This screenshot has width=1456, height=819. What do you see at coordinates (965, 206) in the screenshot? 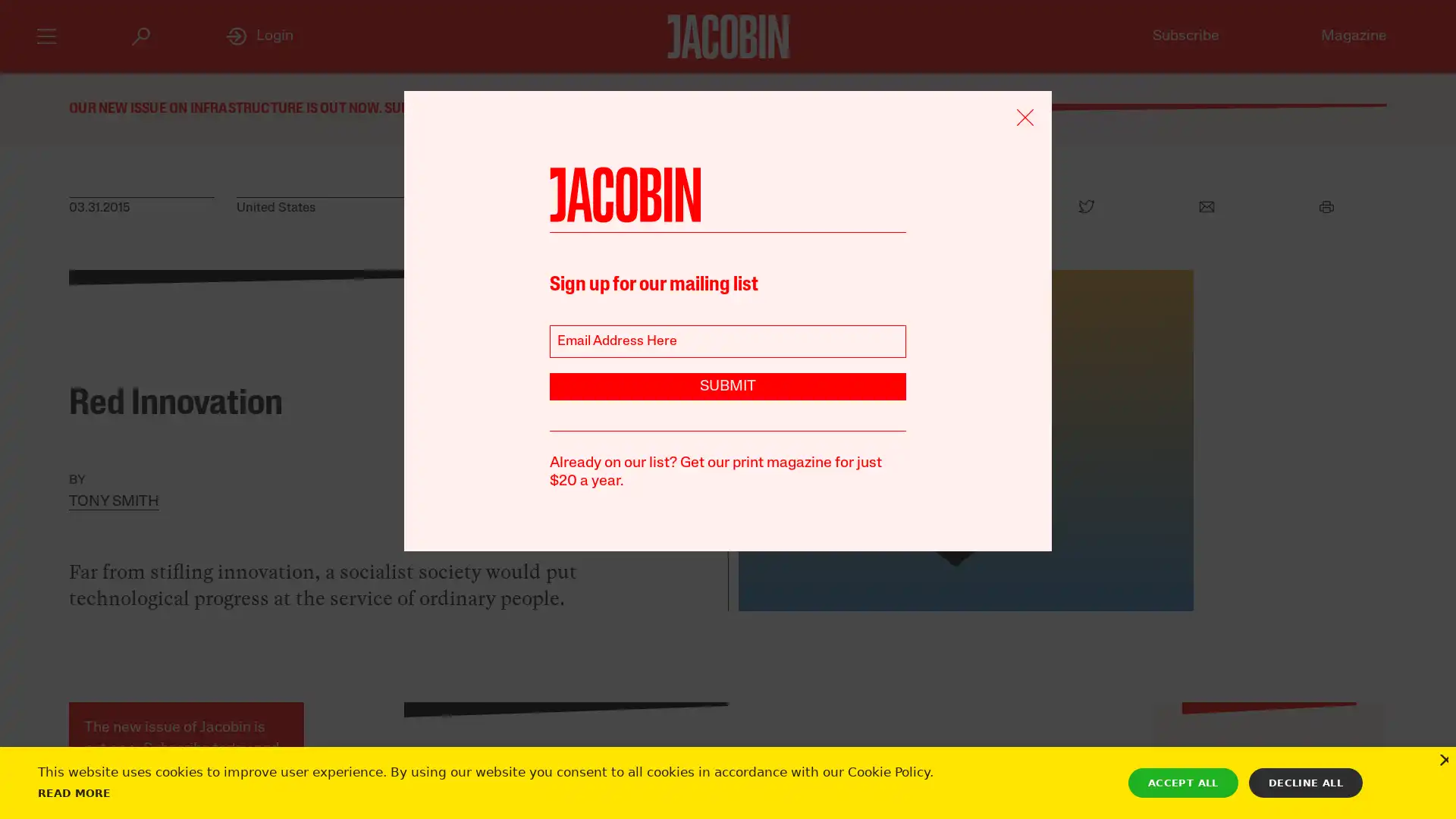
I see `Facebook Icon` at bounding box center [965, 206].